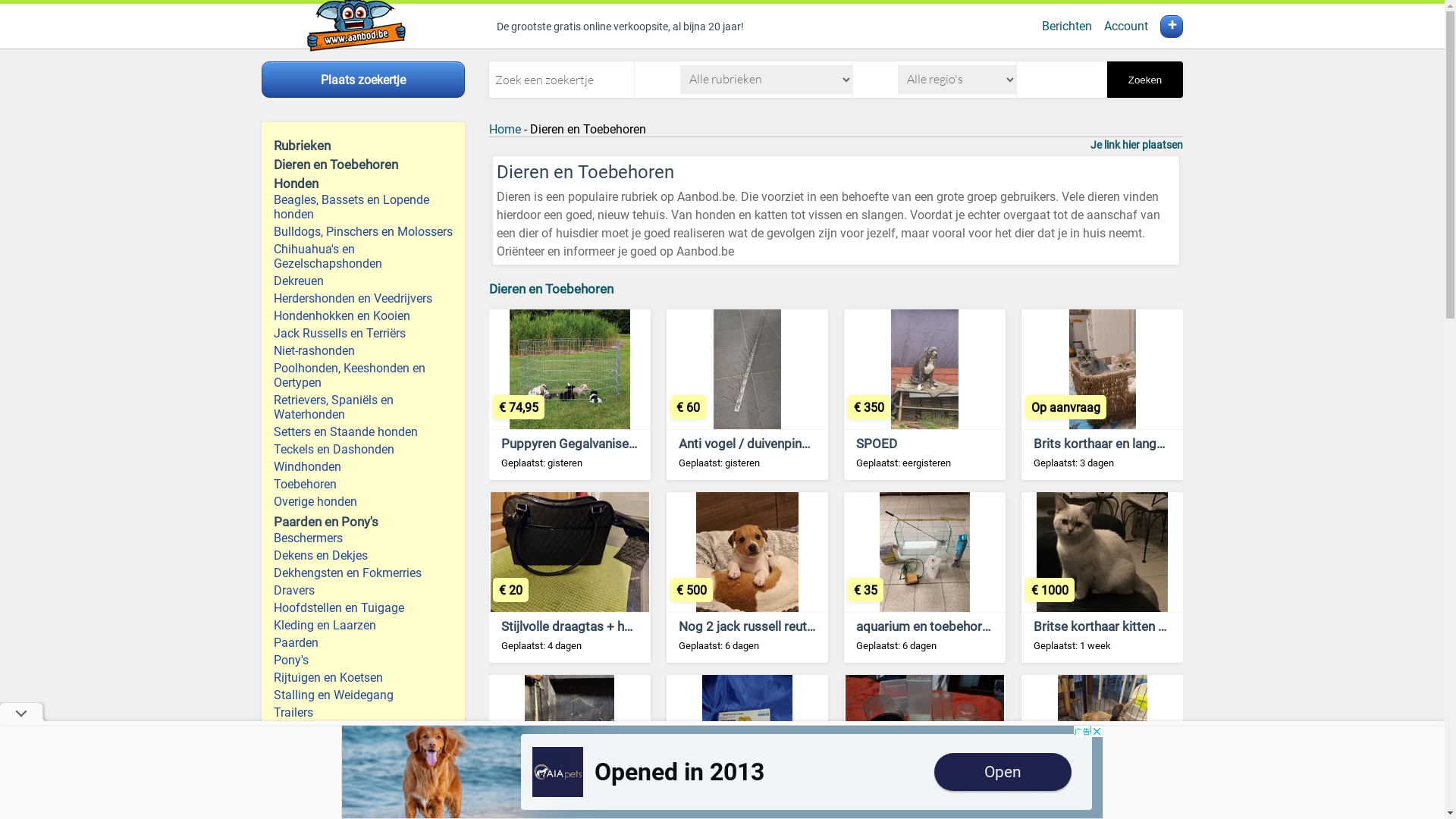 The height and width of the screenshot is (819, 1456). What do you see at coordinates (362, 659) in the screenshot?
I see `'Pony's'` at bounding box center [362, 659].